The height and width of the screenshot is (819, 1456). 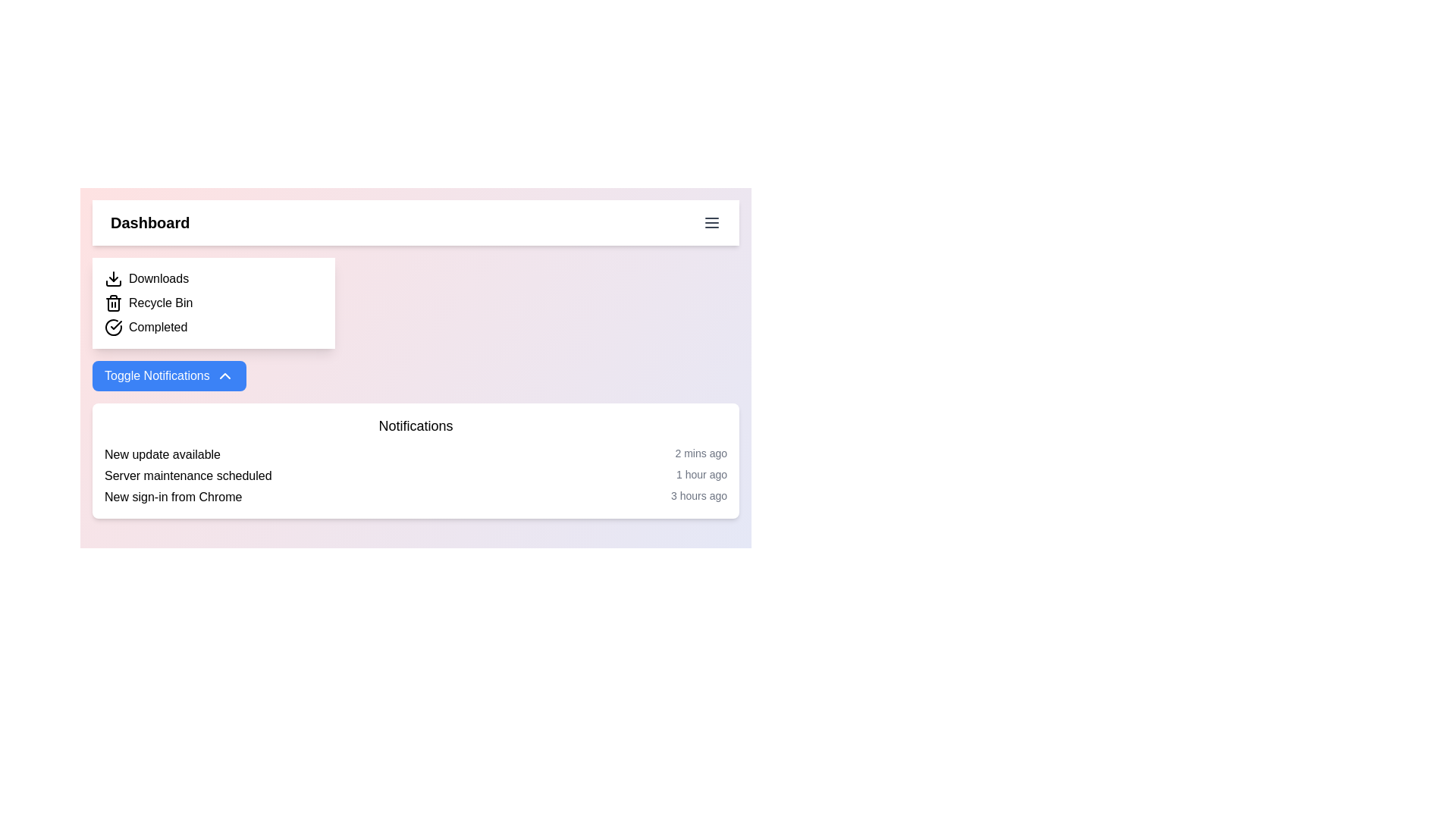 What do you see at coordinates (711, 222) in the screenshot?
I see `the menu toggle button located at the top-right corner of the header bar` at bounding box center [711, 222].